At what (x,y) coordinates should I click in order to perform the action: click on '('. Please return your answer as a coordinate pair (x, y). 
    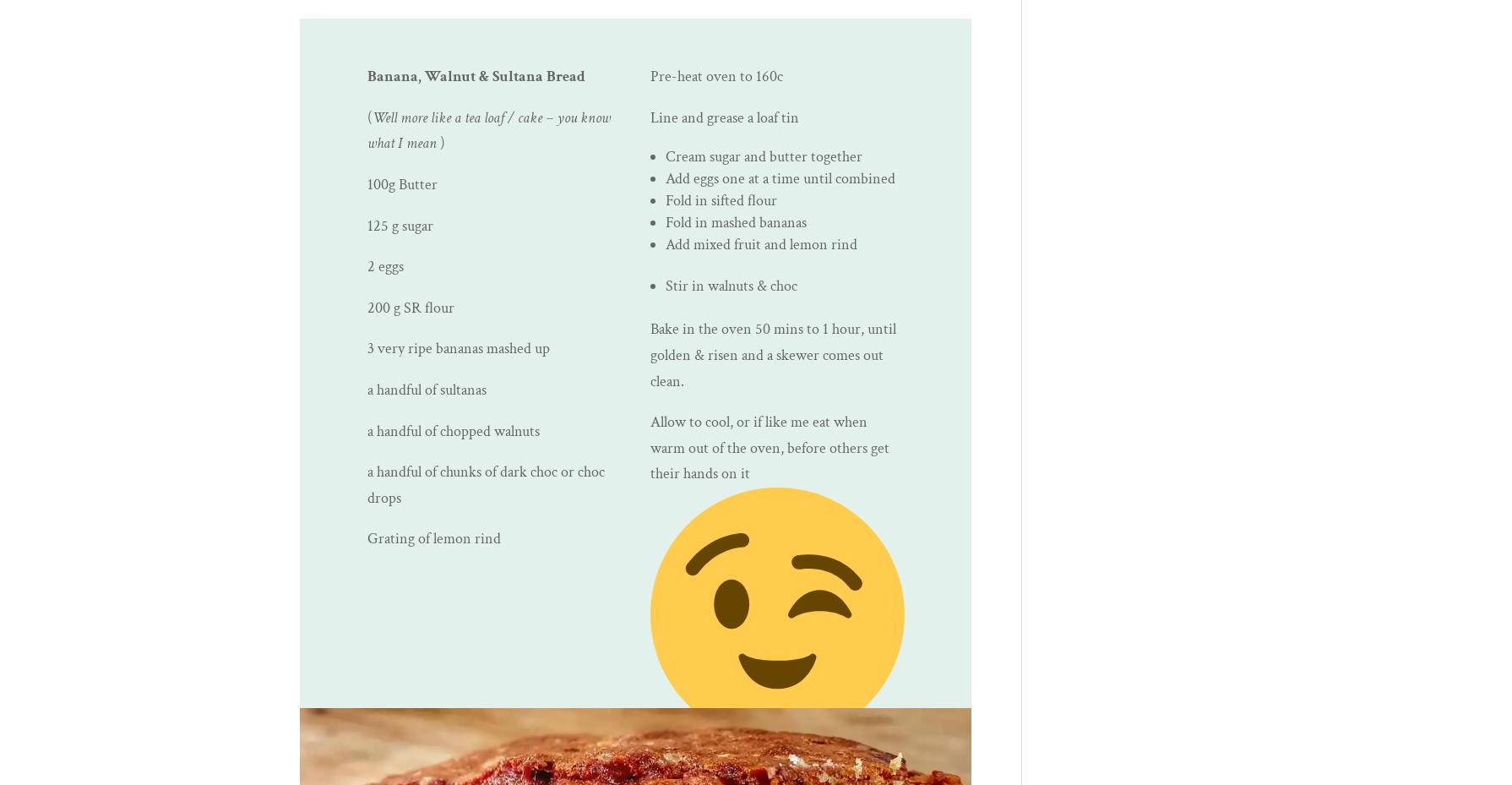
    Looking at the image, I should click on (367, 117).